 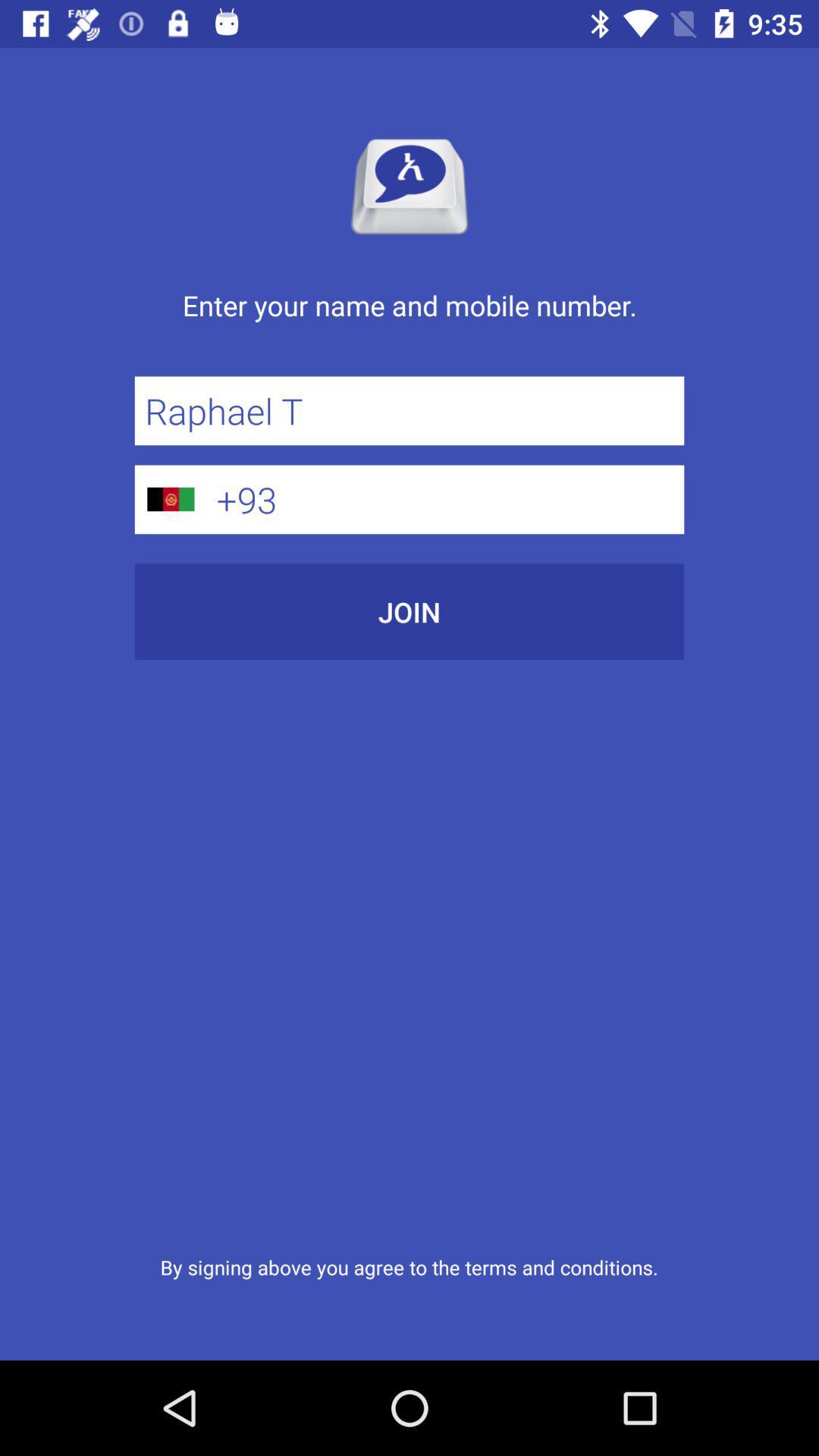 I want to click on join, so click(x=409, y=611).